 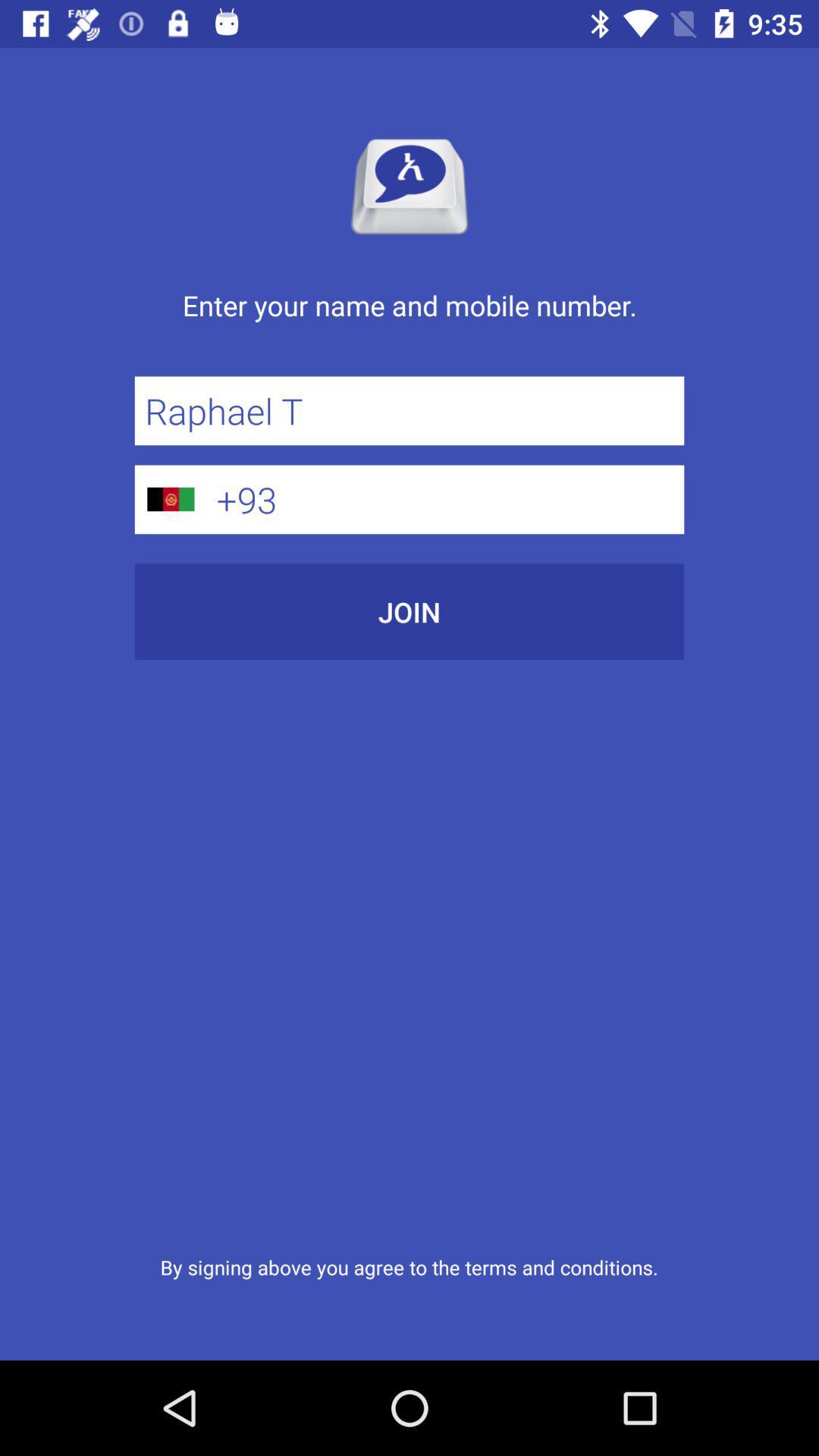 I want to click on join, so click(x=409, y=611).